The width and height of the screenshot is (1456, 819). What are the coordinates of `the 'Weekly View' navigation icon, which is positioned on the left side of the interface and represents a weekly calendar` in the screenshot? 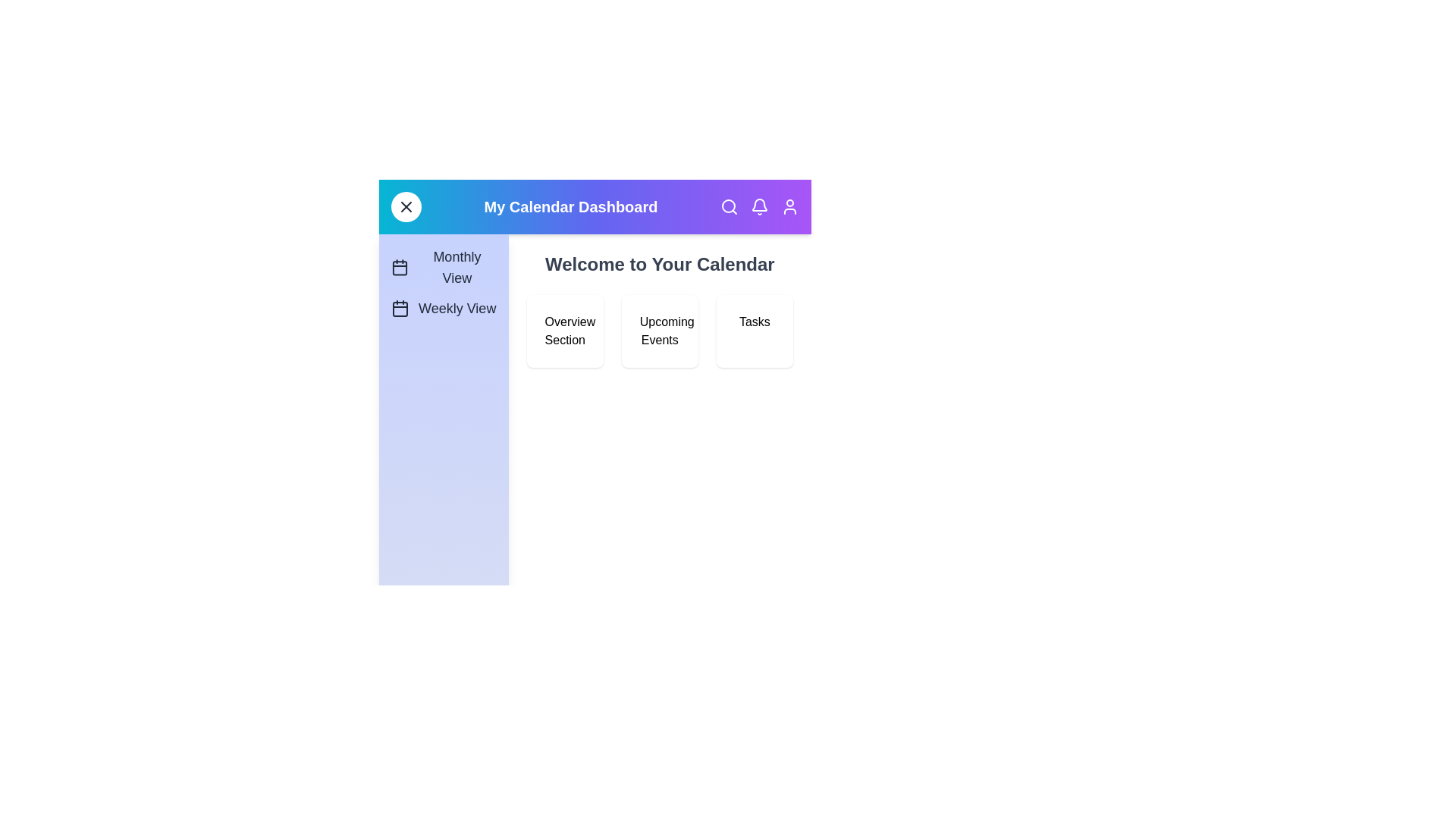 It's located at (400, 308).